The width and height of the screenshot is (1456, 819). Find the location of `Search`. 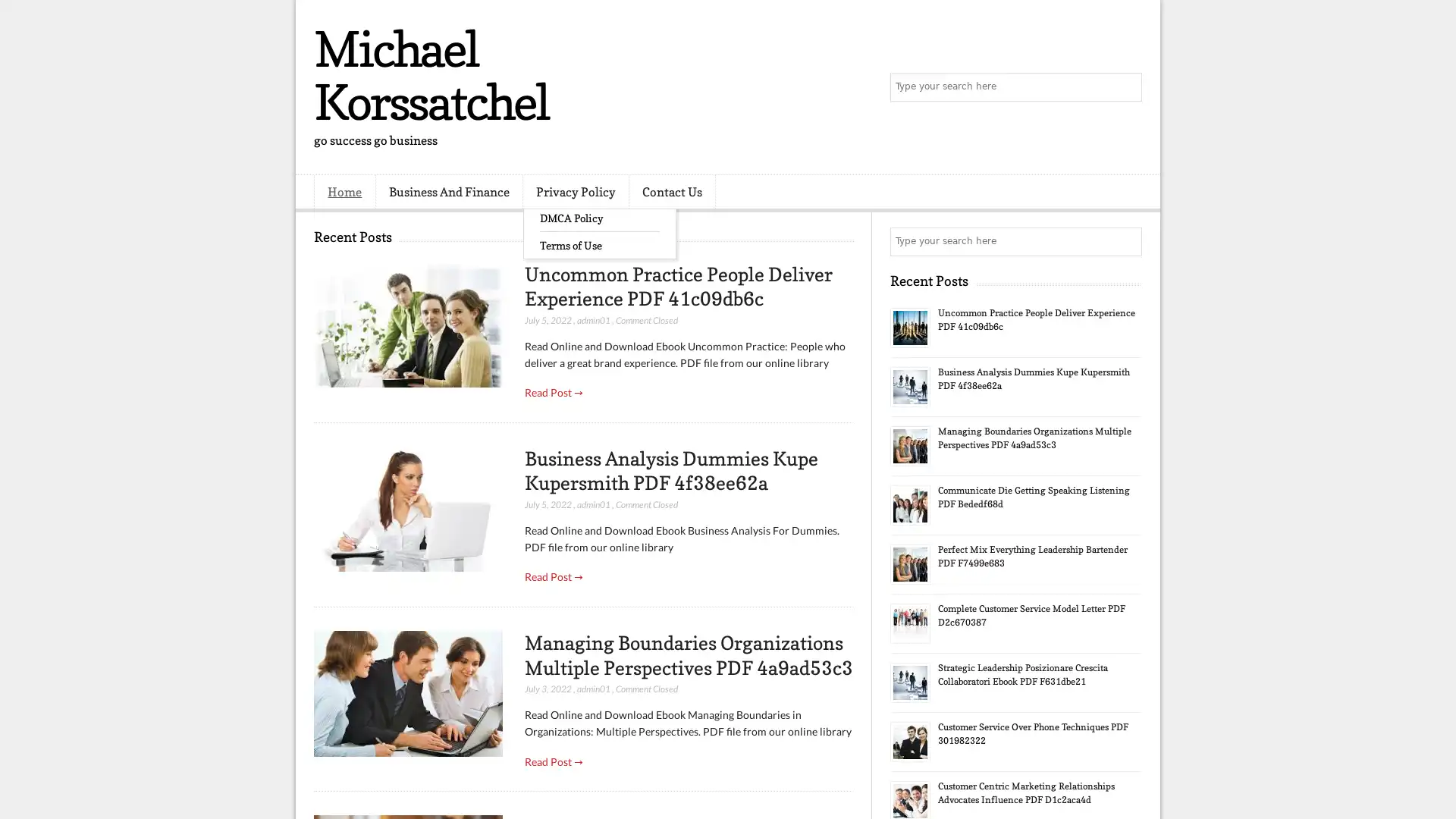

Search is located at coordinates (1126, 87).